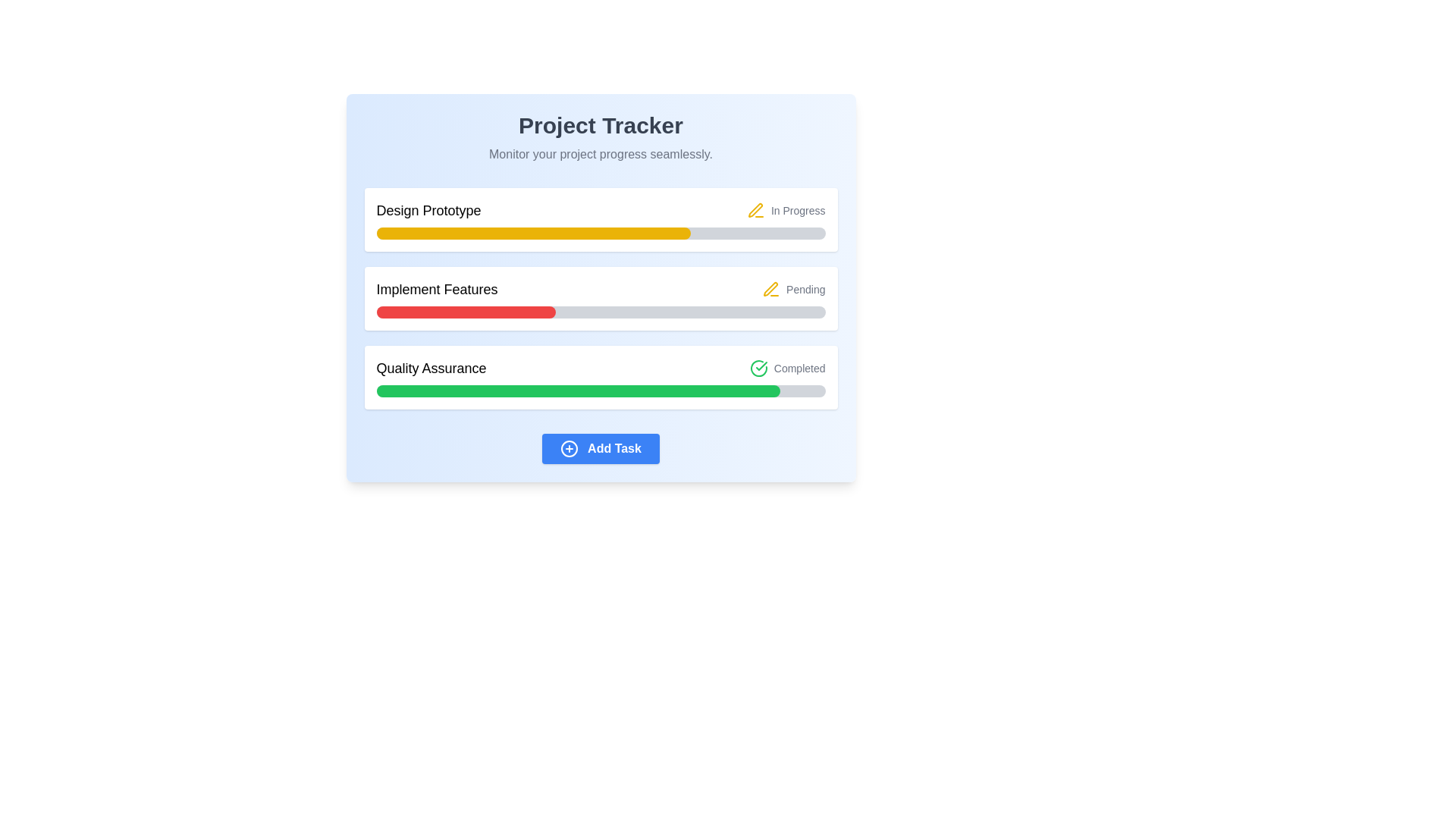  Describe the element at coordinates (619, 234) in the screenshot. I see `the progress bar` at that location.